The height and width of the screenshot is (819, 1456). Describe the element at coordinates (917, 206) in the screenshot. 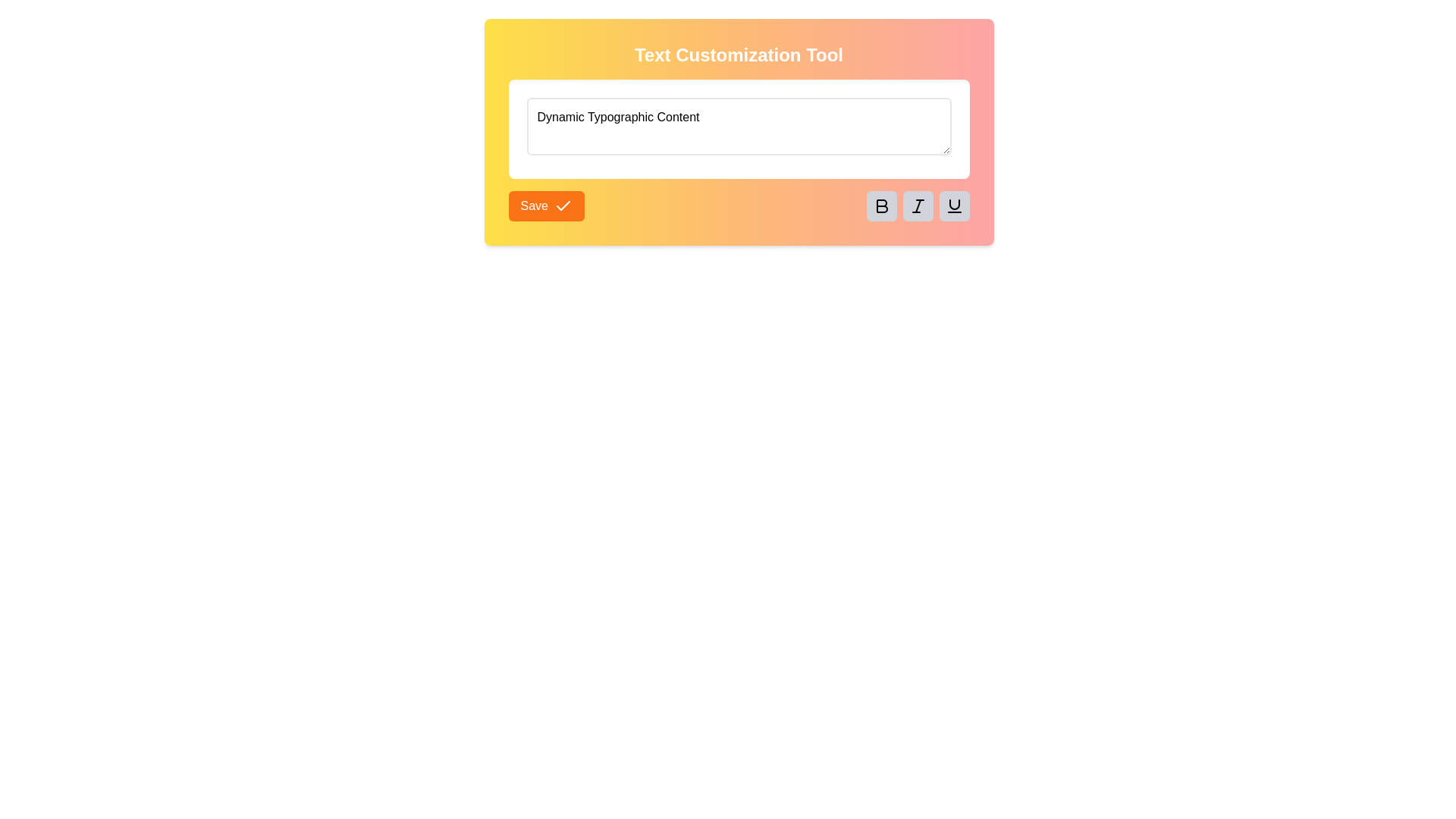

I see `the second formatting button from the left, which is a rounded rectangle with a gray background and contains an italicized 'I' icon` at that location.